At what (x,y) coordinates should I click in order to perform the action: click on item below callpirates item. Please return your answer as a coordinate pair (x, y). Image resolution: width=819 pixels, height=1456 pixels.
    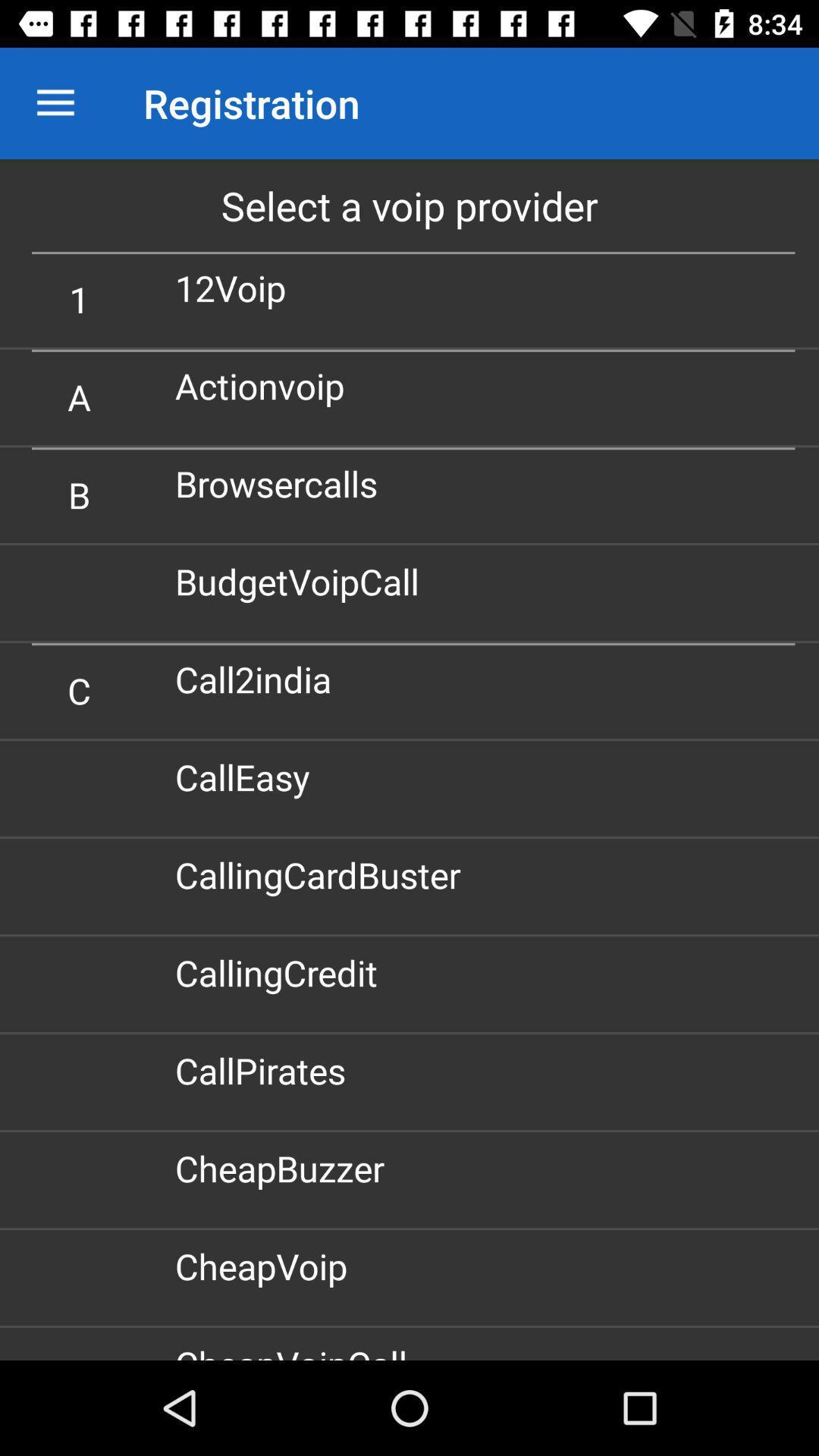
    Looking at the image, I should click on (285, 1167).